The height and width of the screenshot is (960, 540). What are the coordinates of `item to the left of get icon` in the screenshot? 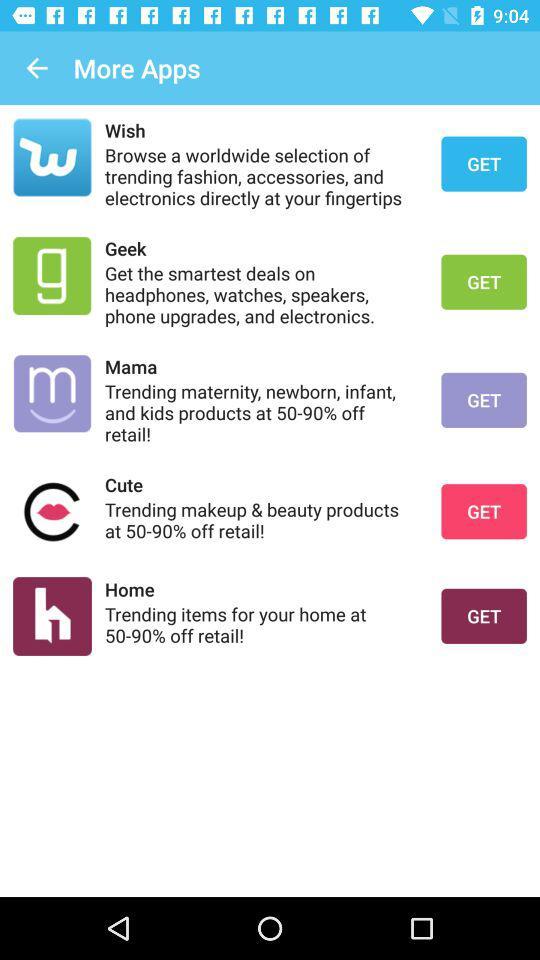 It's located at (260, 519).